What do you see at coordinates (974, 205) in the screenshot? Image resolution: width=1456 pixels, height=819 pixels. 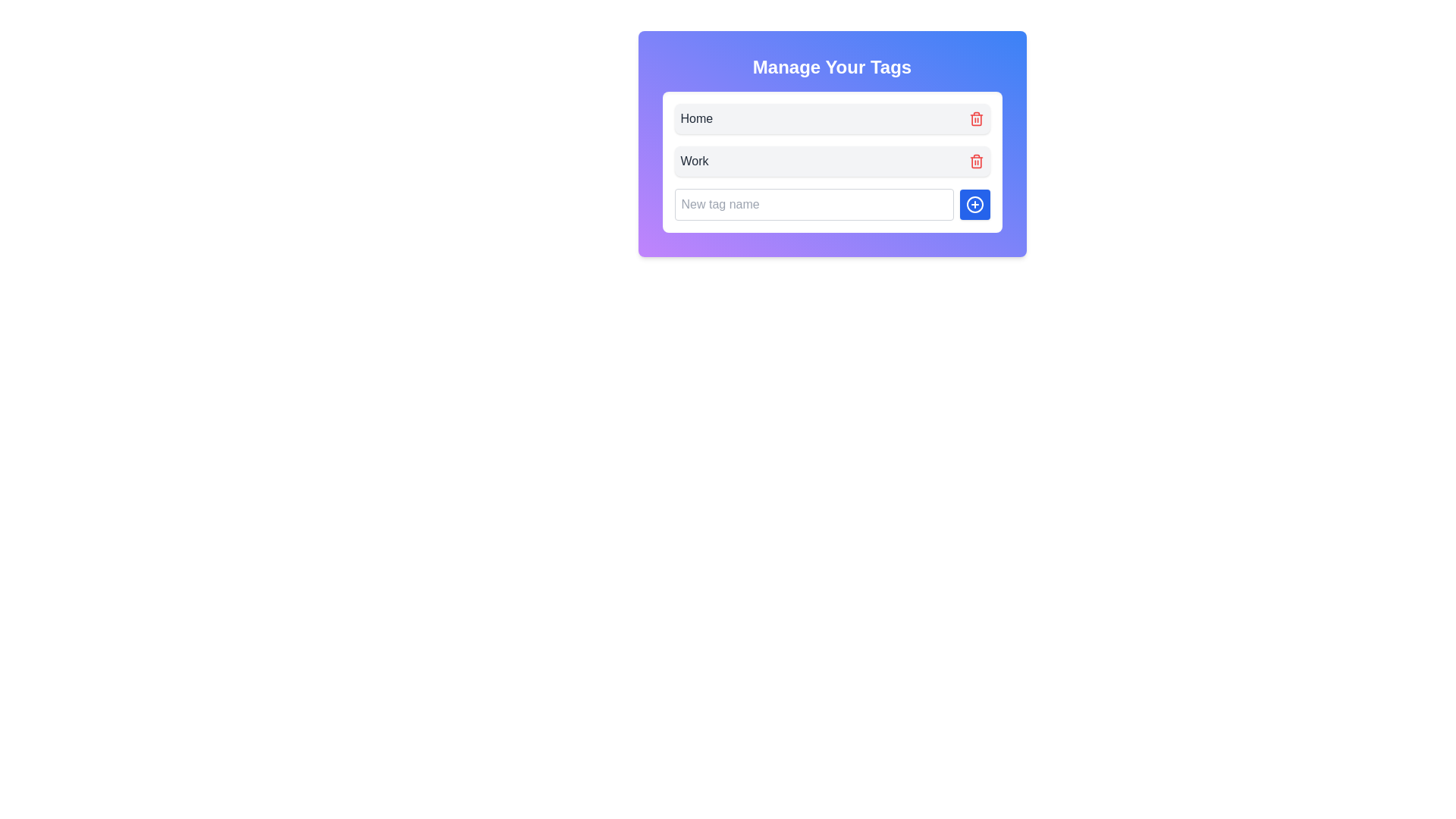 I see `the blue circular button with a white plus sign icon located immediately to the right of the 'New tag name' input field in the 'Manage Your Tags' card interface` at bounding box center [974, 205].